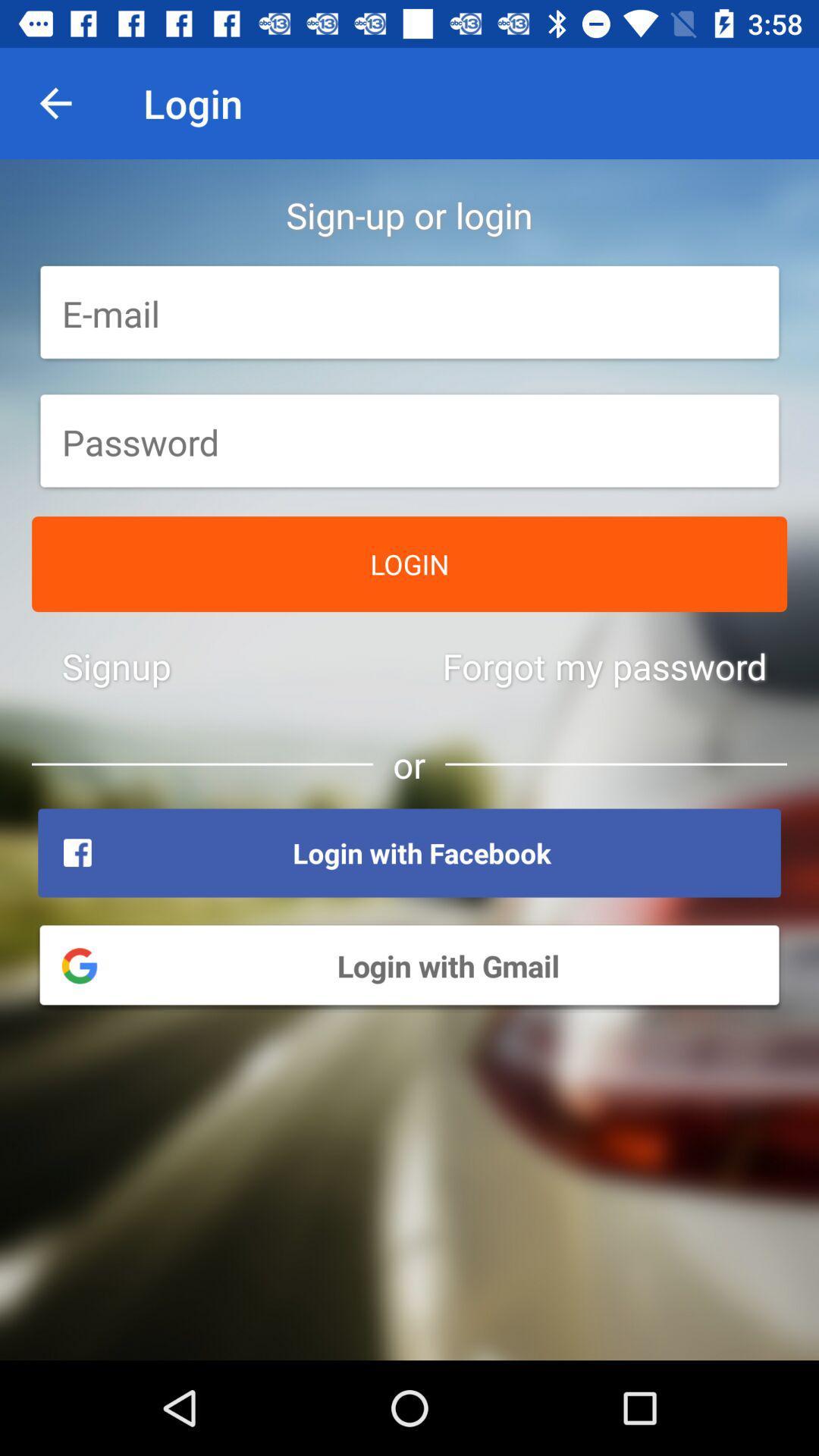 This screenshot has width=819, height=1456. Describe the element at coordinates (115, 666) in the screenshot. I see `the signup` at that location.